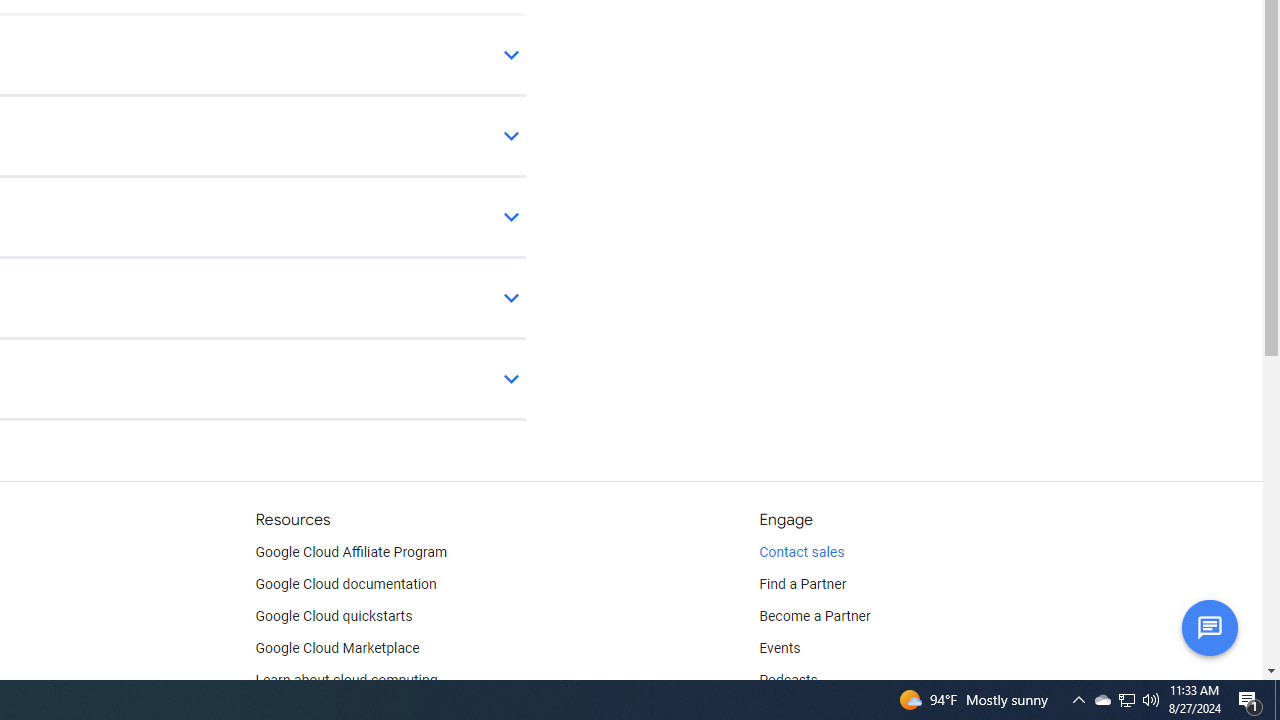 The image size is (1280, 720). Describe the element at coordinates (779, 649) in the screenshot. I see `'Events'` at that location.